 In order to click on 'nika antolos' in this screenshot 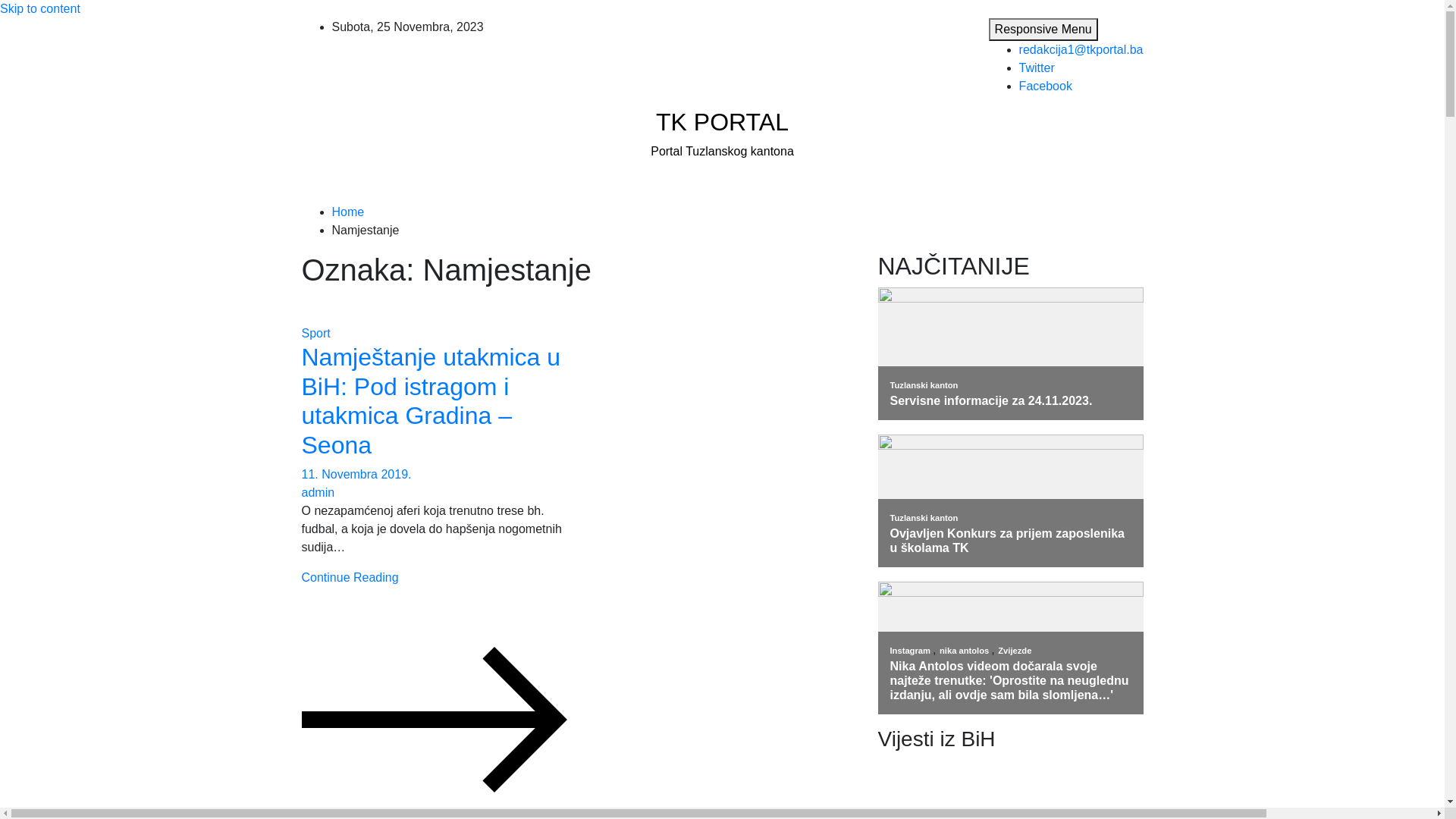, I will do `click(964, 649)`.